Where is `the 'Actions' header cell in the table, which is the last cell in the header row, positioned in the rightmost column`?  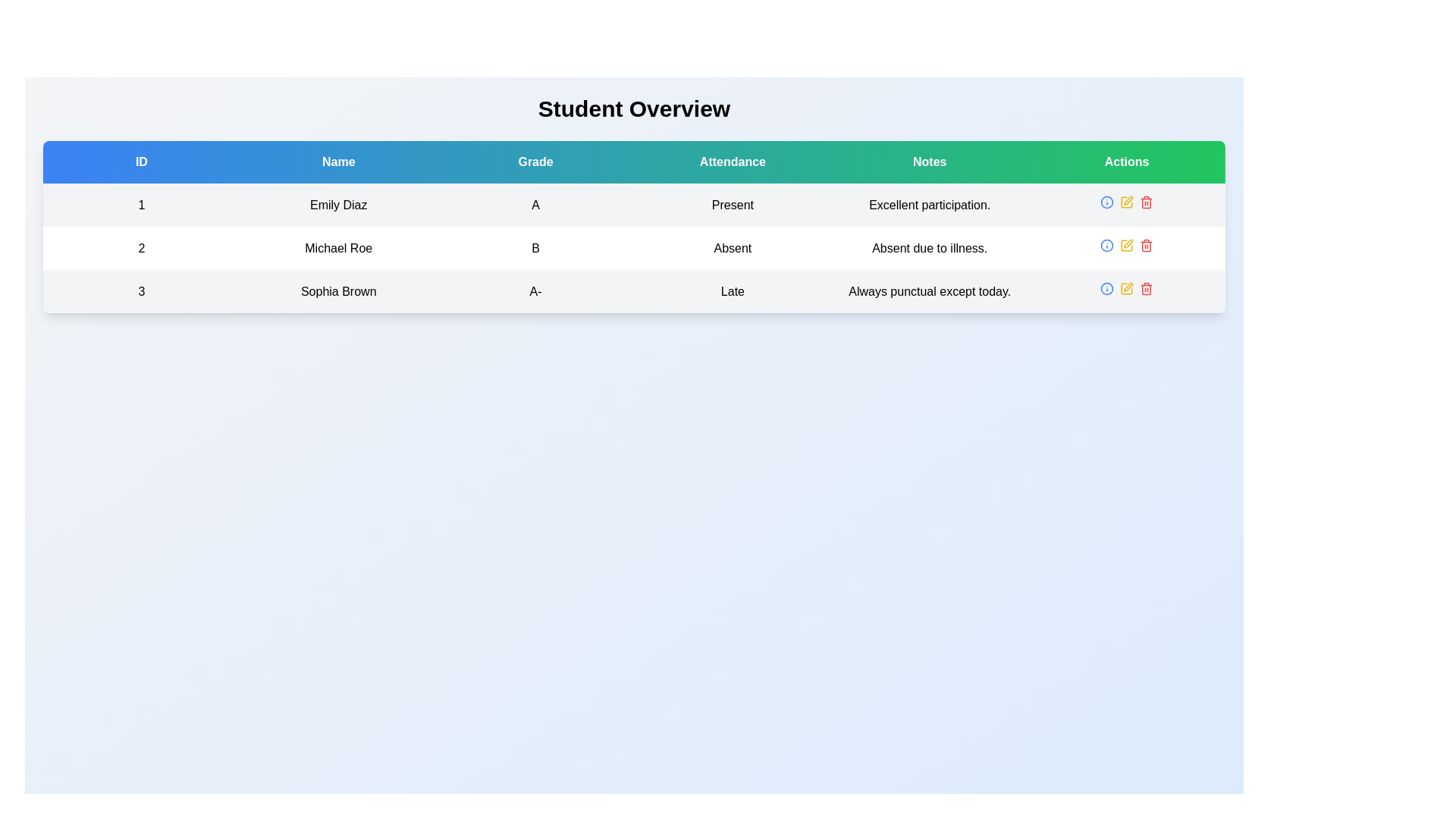
the 'Actions' header cell in the table, which is the last cell in the header row, positioned in the rightmost column is located at coordinates (1127, 162).